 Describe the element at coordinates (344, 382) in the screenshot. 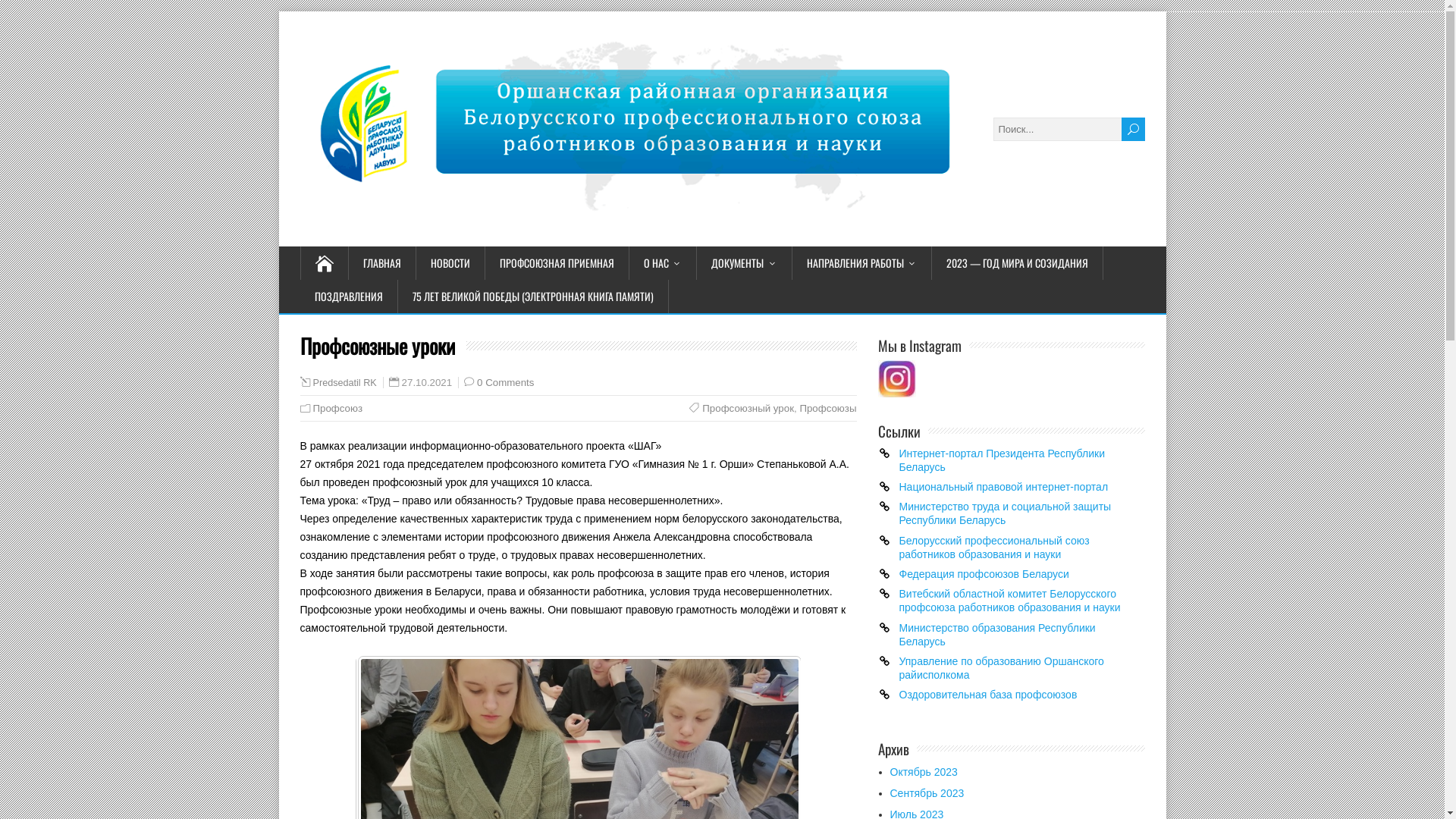

I see `'Predsedatil RK'` at that location.